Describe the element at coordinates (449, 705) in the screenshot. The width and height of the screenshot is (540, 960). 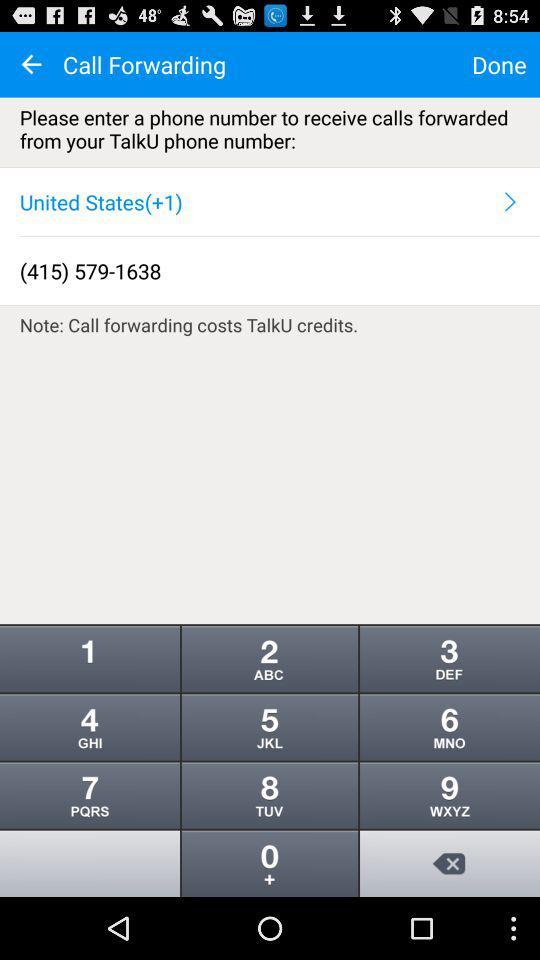
I see `the more icon` at that location.